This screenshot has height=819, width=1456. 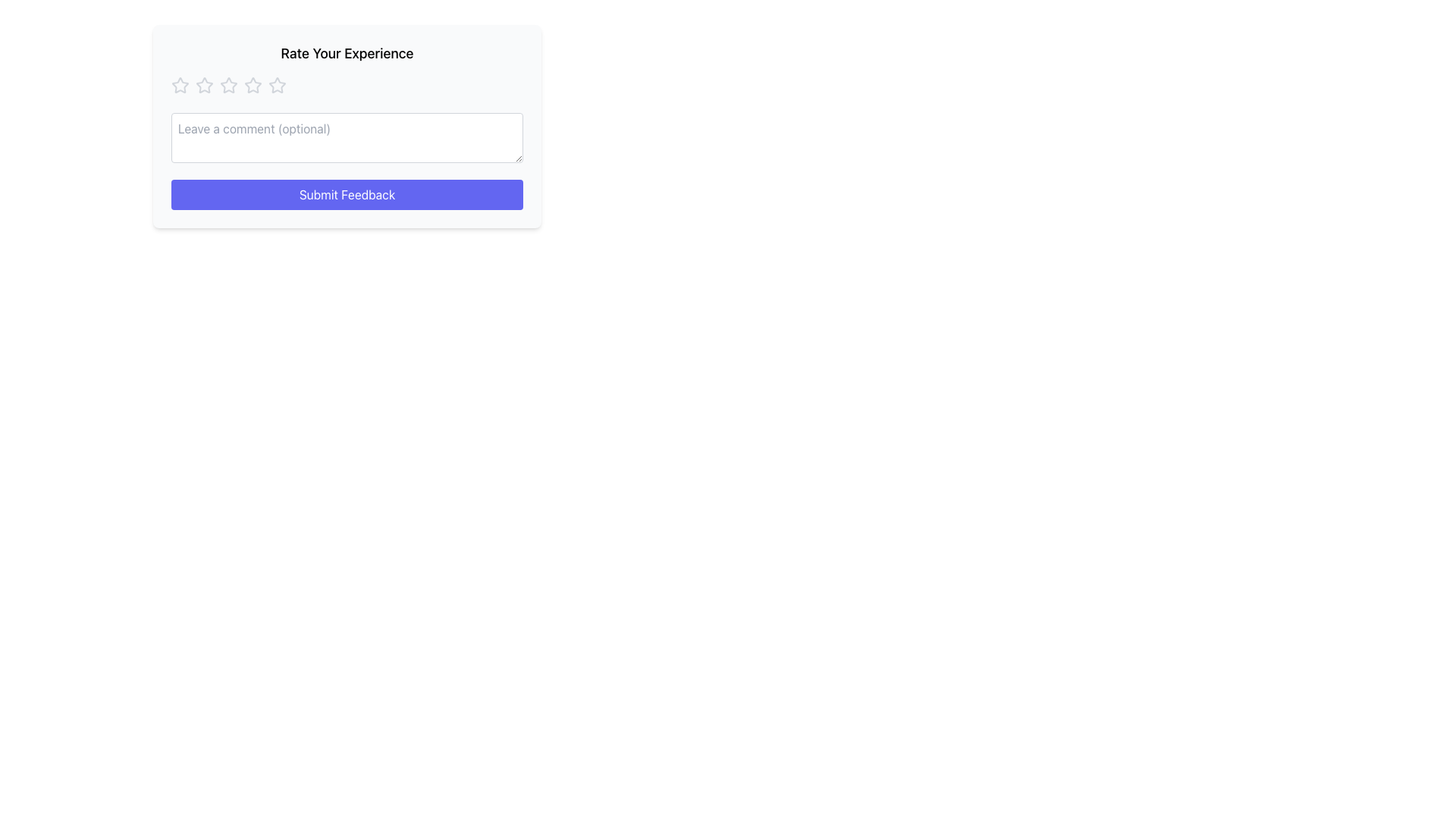 What do you see at coordinates (346, 52) in the screenshot?
I see `the 'Rate Your Experience' text label, which is displayed in bold font at the top of a card-style interface` at bounding box center [346, 52].